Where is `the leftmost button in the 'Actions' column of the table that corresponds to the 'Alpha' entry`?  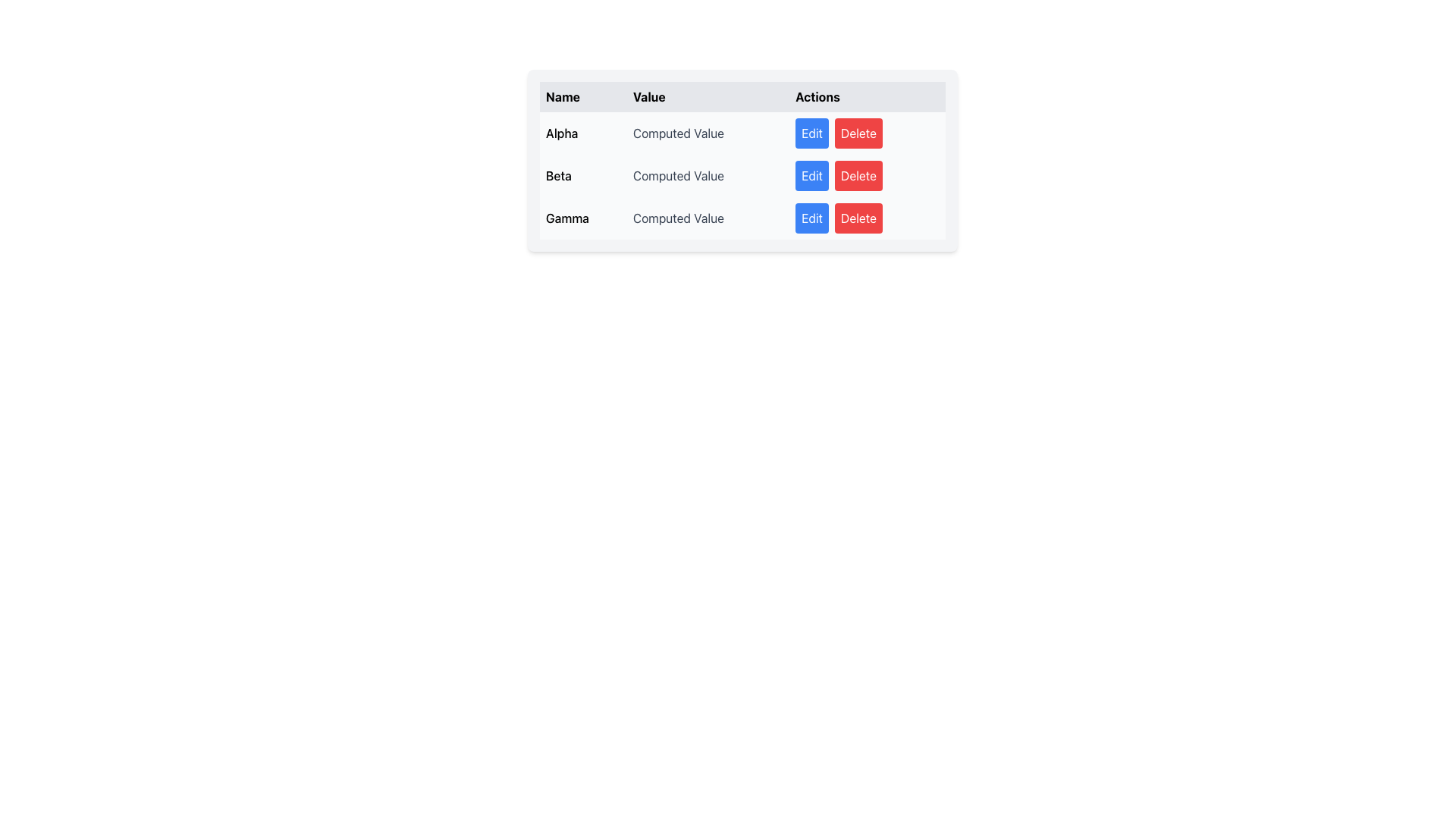
the leftmost button in the 'Actions' column of the table that corresponds to the 'Alpha' entry is located at coordinates (811, 133).